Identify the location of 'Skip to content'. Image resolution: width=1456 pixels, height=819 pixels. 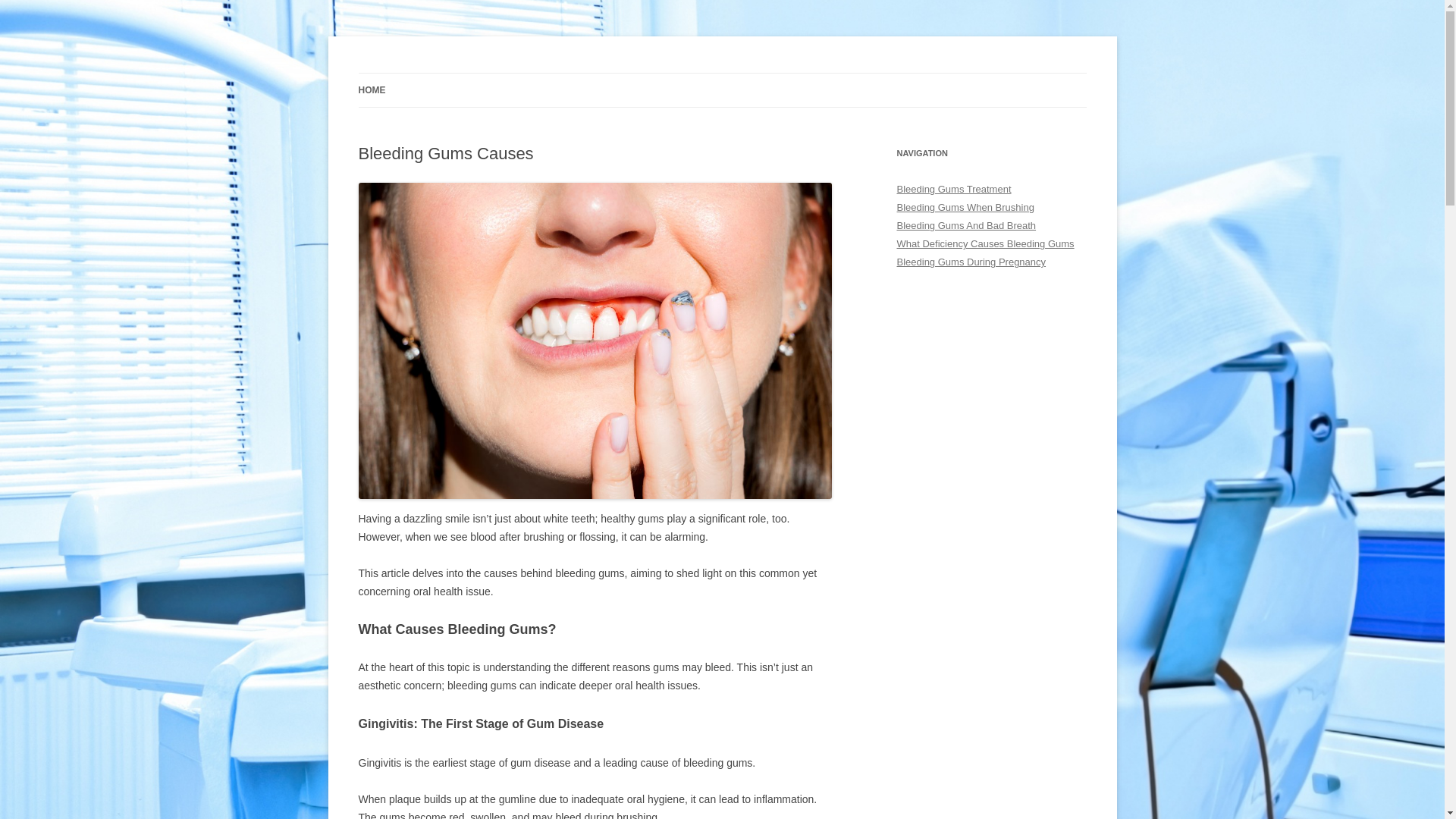
(720, 73).